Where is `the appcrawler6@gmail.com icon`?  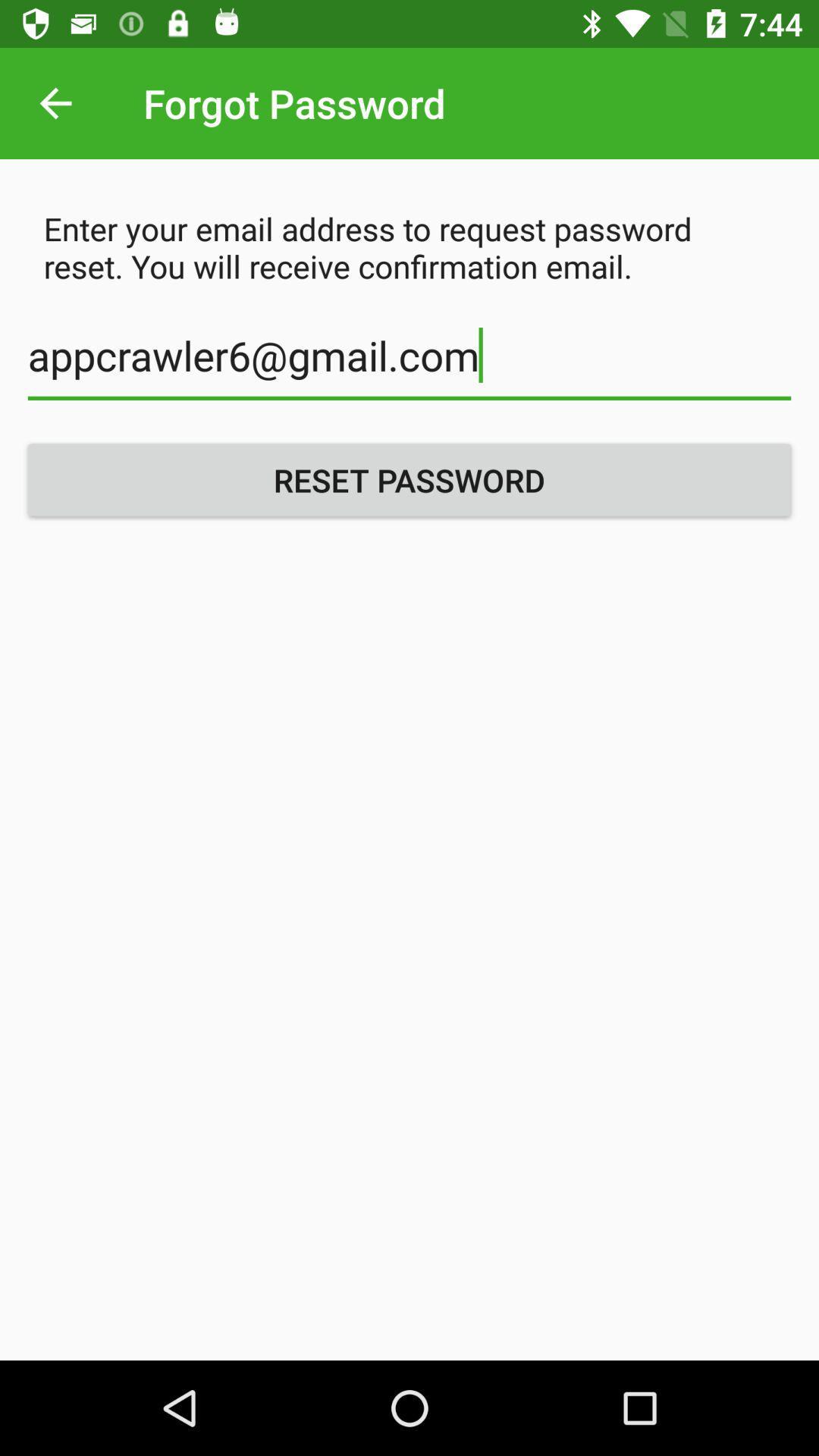 the appcrawler6@gmail.com icon is located at coordinates (409, 364).